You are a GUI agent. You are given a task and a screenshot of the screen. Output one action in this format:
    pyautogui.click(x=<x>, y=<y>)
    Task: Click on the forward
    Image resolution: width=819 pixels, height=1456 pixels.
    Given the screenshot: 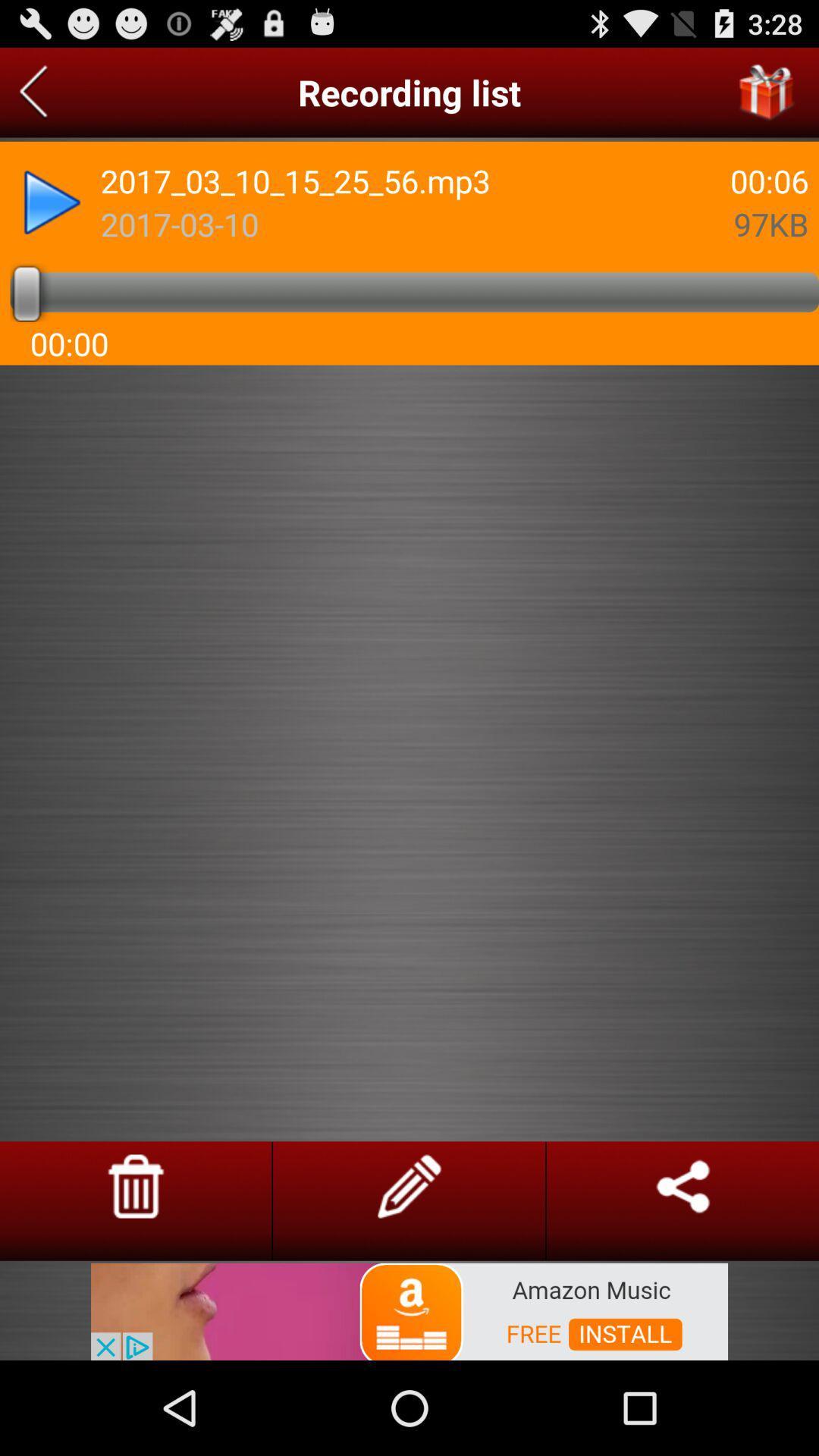 What is the action you would take?
    pyautogui.click(x=52, y=202)
    